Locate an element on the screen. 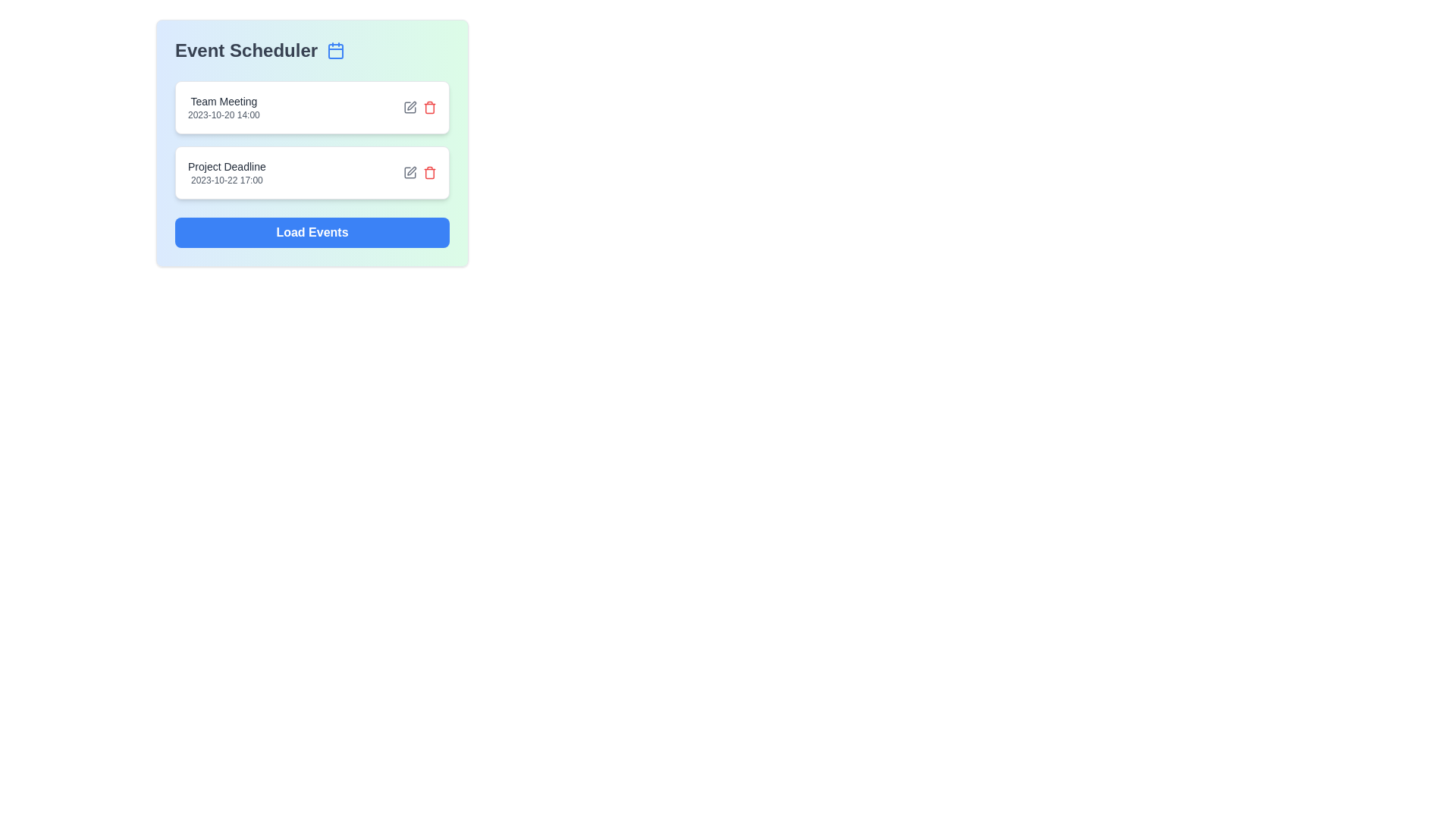  light blue rectangular shape with rounded corners that is integrated into the calendar icon in the top-right corner of the 'Event Scheduler' interface is located at coordinates (335, 51).